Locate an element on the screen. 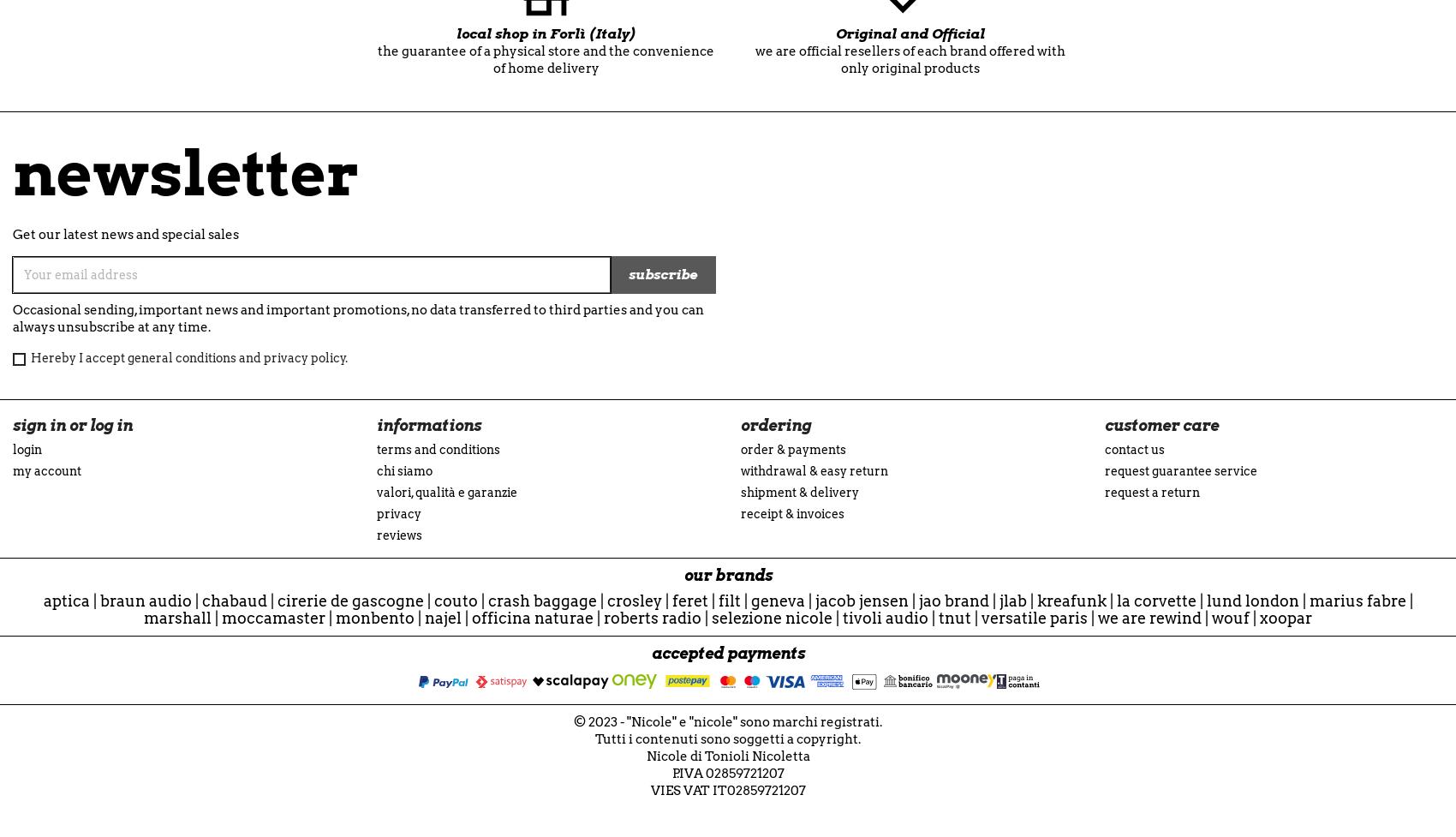 The height and width of the screenshot is (837, 1456). 'Chabaud' is located at coordinates (234, 601).